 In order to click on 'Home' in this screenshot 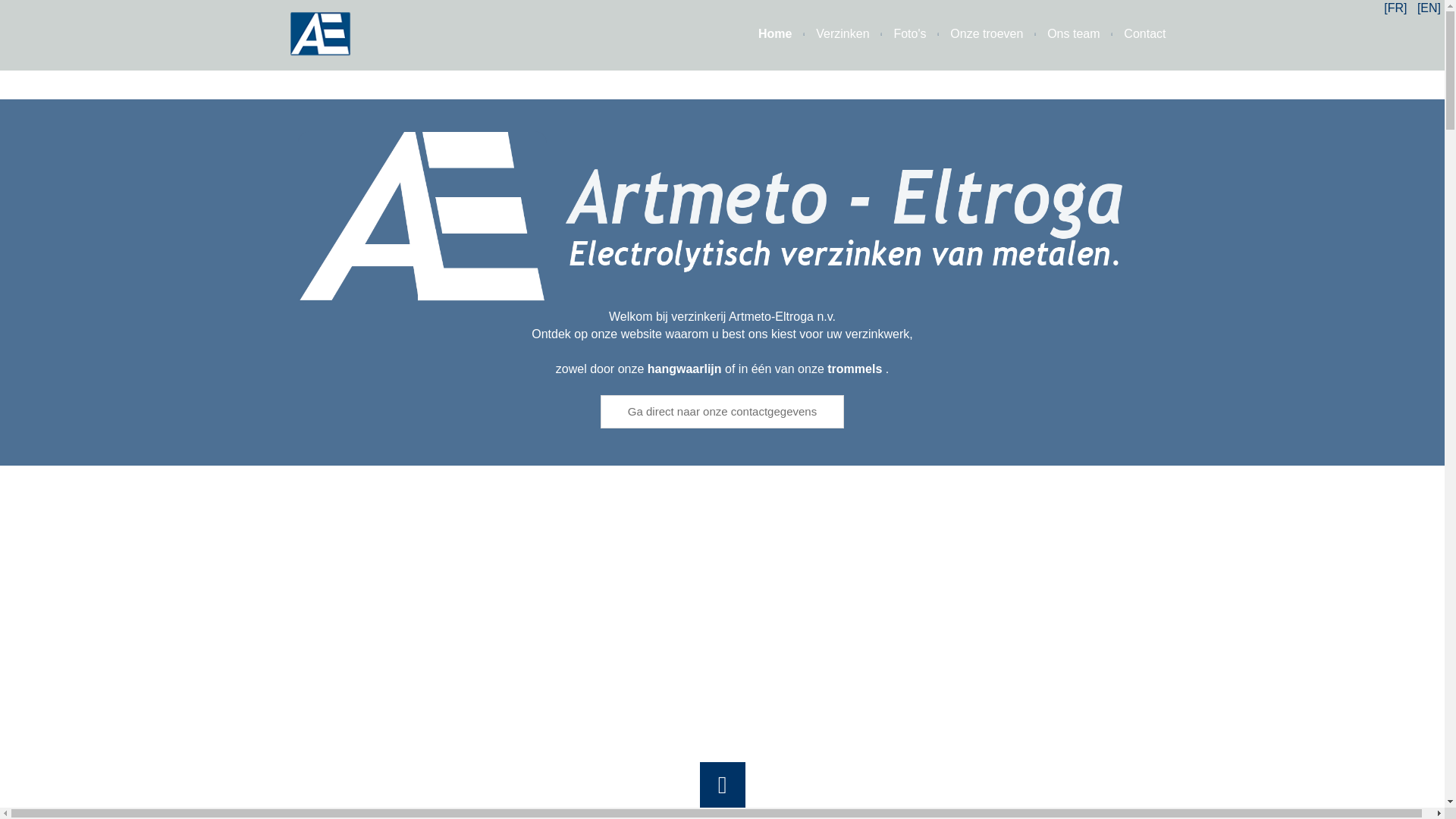, I will do `click(764, 34)`.